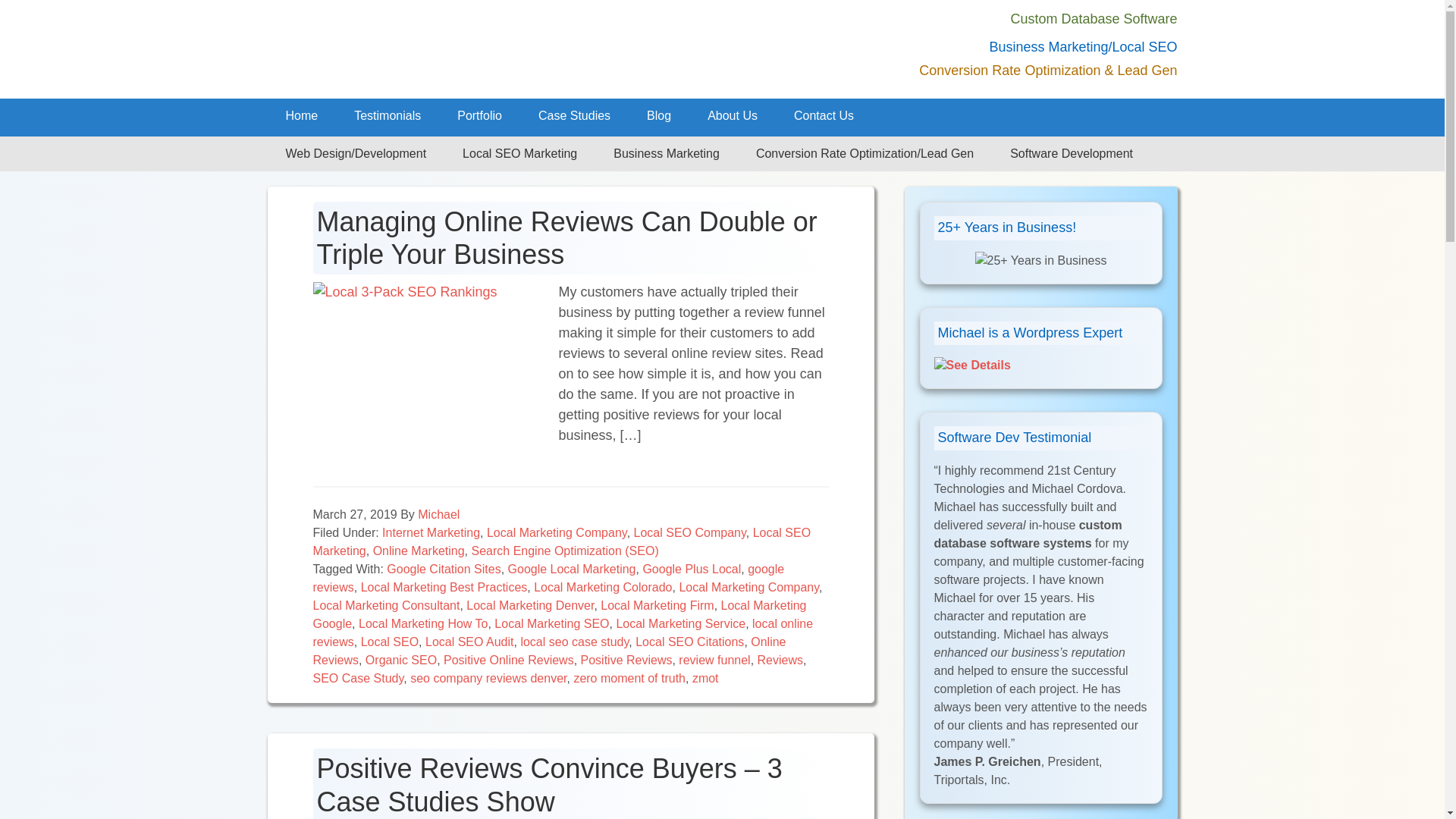 Image resolution: width=1456 pixels, height=819 pixels. I want to click on 'Local Marketing Firm', so click(600, 604).